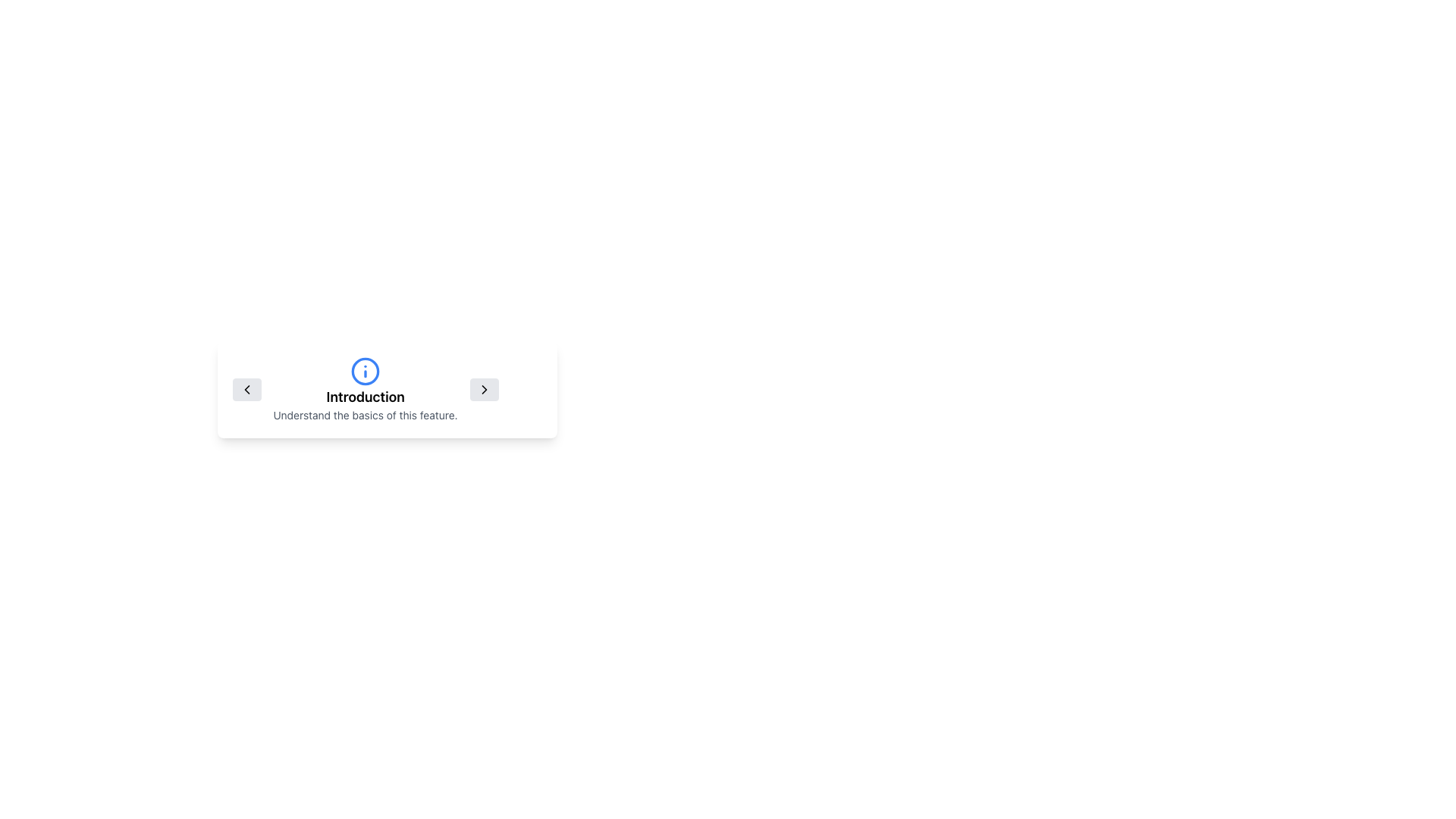  I want to click on the forward navigation button located on the right side of the control group to proceed to the next step or page, so click(483, 388).